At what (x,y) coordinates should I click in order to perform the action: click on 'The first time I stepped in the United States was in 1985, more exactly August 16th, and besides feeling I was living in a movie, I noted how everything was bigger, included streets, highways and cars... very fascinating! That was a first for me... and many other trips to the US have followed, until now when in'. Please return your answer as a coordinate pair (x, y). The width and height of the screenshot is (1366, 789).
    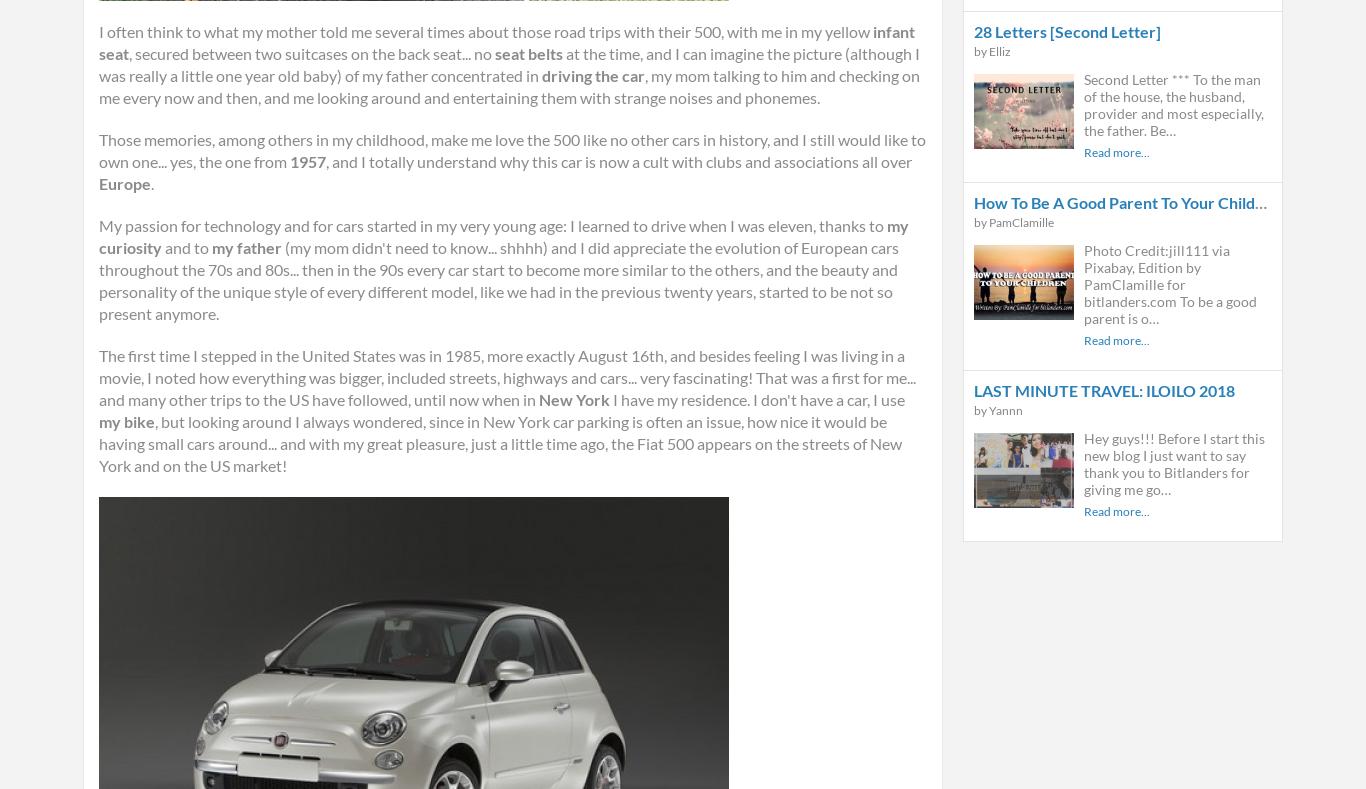
    Looking at the image, I should click on (507, 376).